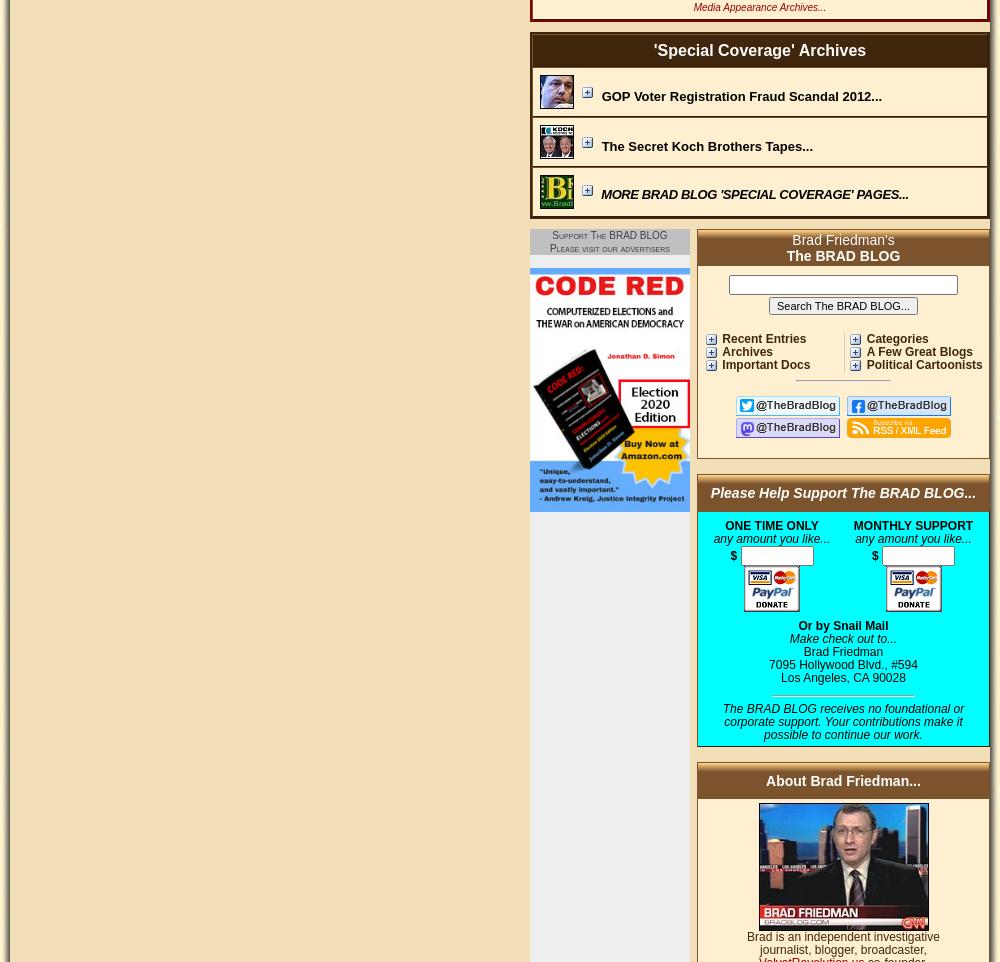 The width and height of the screenshot is (1000, 962). What do you see at coordinates (692, 6) in the screenshot?
I see `'Media Appearance Archives...'` at bounding box center [692, 6].